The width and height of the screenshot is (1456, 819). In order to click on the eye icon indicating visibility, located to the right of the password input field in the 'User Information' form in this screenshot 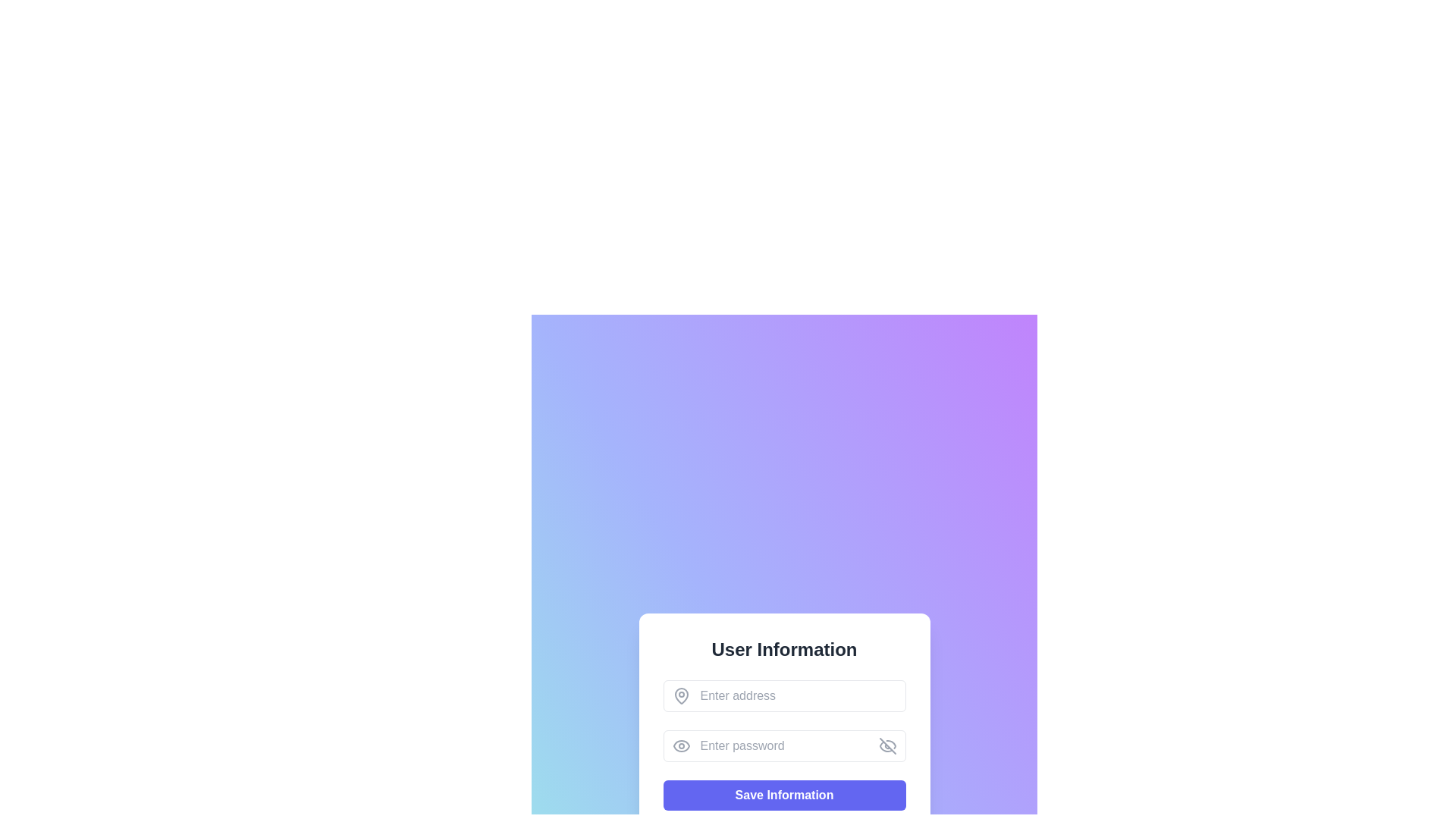, I will do `click(680, 745)`.